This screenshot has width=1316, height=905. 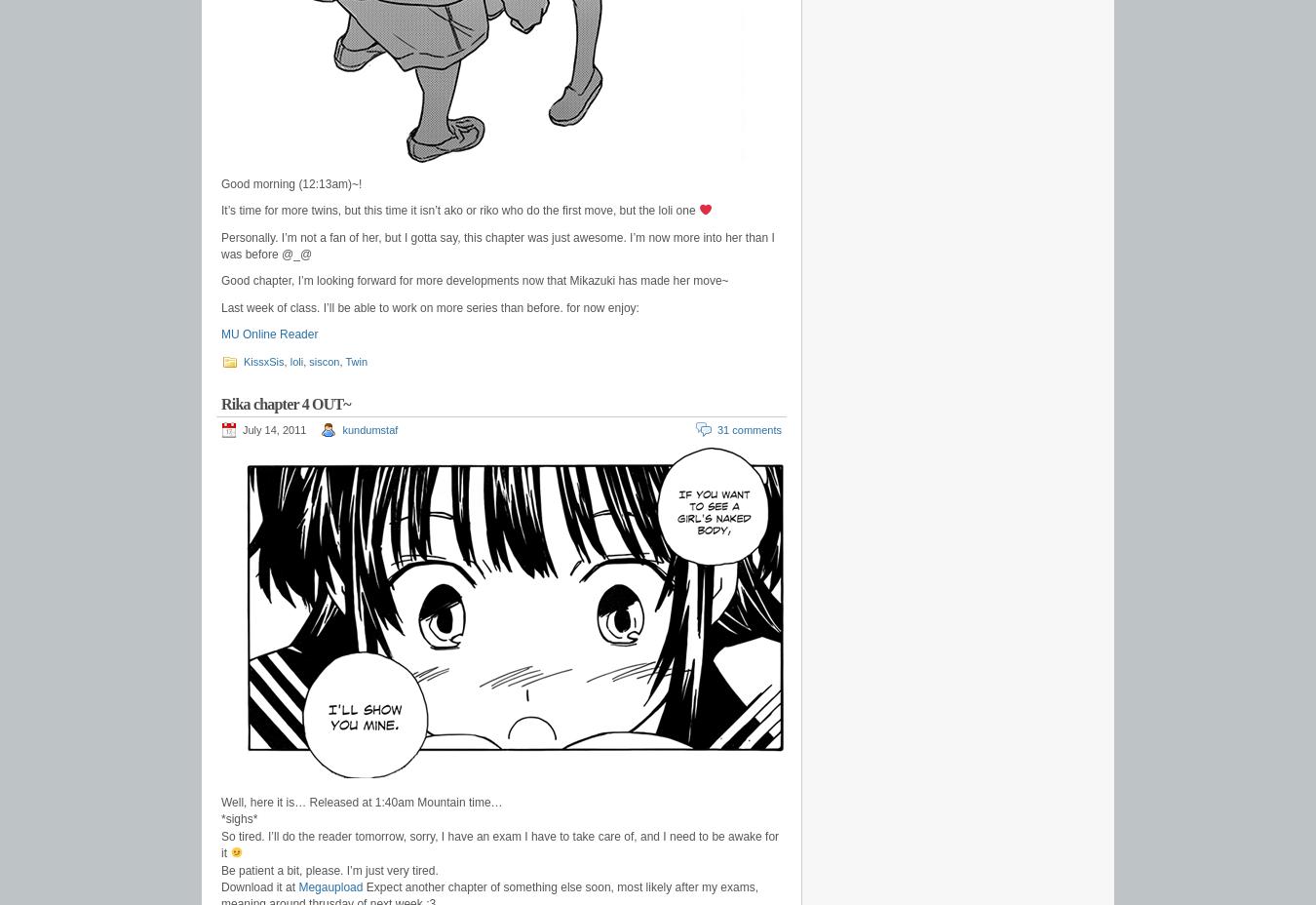 What do you see at coordinates (361, 803) in the screenshot?
I see `'Well, here it is… Released at 1:40am Mountain time…'` at bounding box center [361, 803].